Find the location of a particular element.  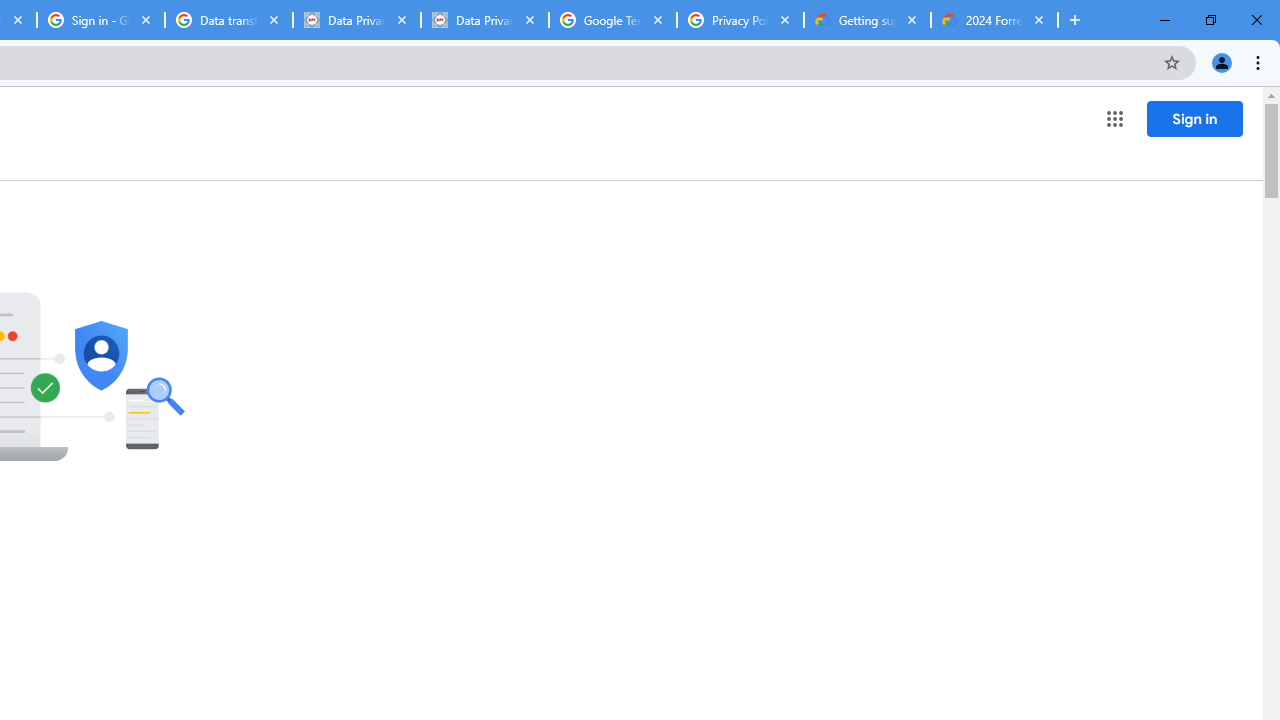

'Sign in' is located at coordinates (1194, 118).